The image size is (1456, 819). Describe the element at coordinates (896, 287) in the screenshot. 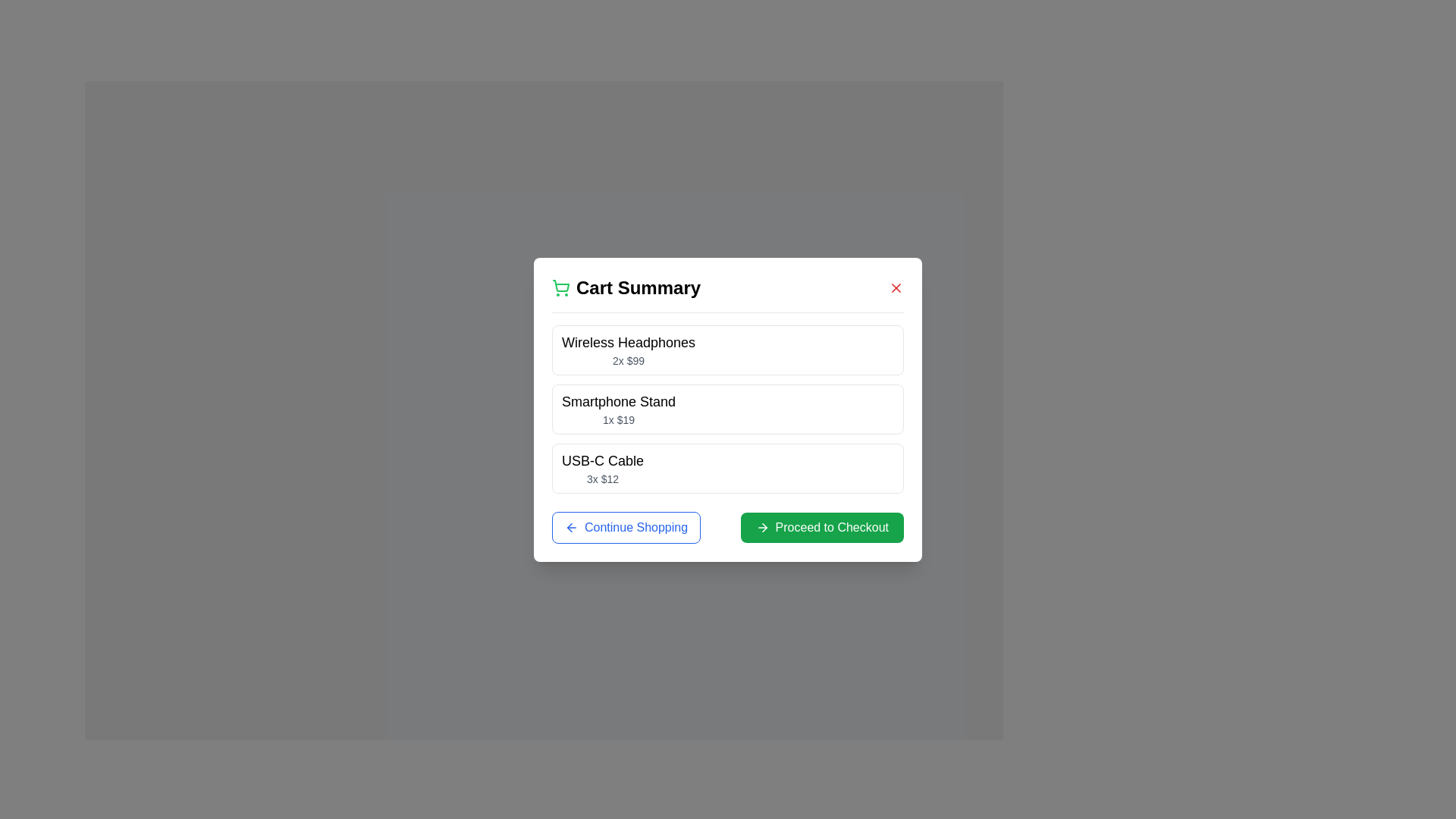

I see `the distinct red close button located in the top-right corner of the 'Cart Summary' dialog box to possibly reveal a tooltip` at that location.